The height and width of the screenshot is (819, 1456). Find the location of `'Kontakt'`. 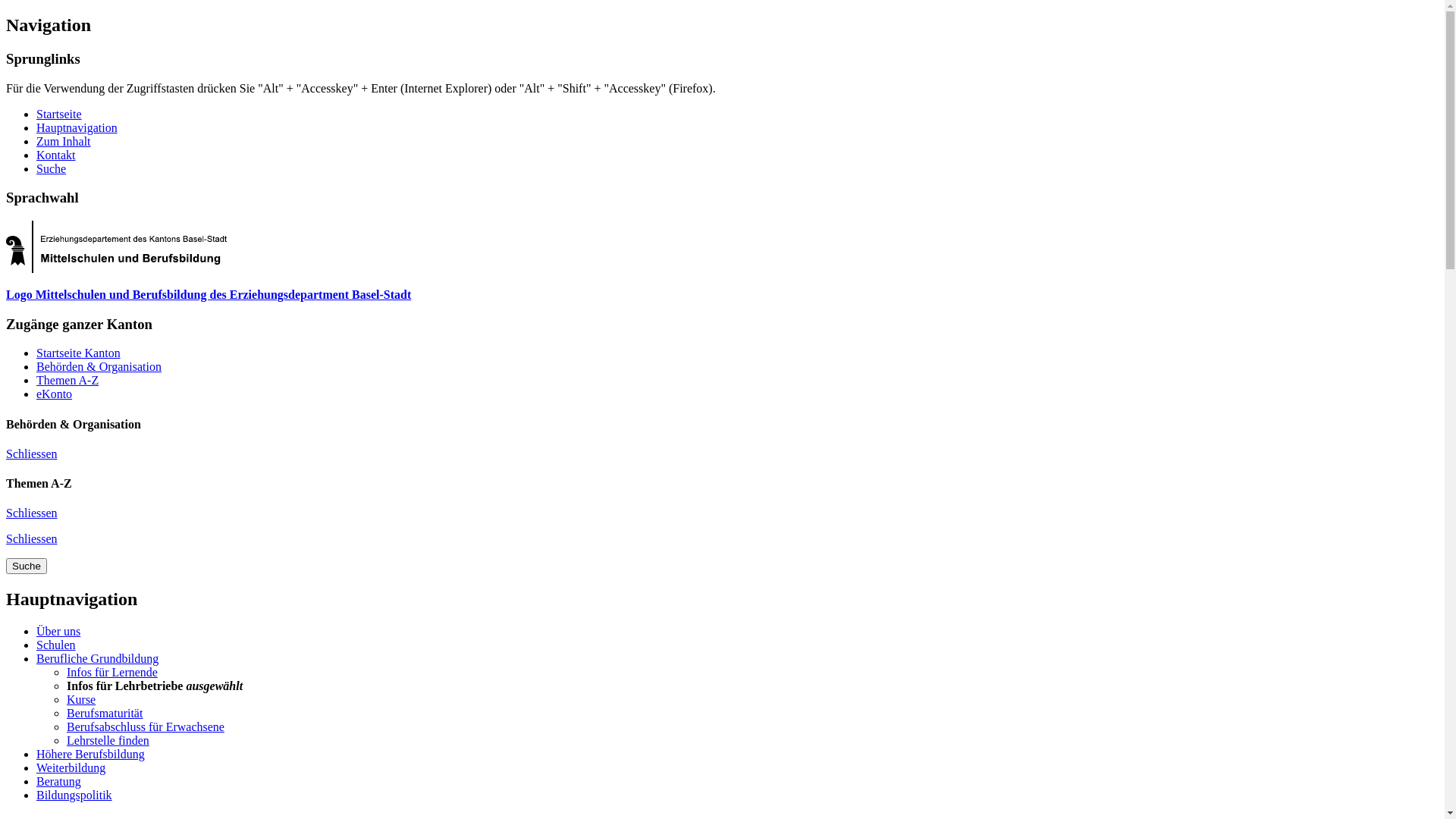

'Kontakt' is located at coordinates (55, 155).